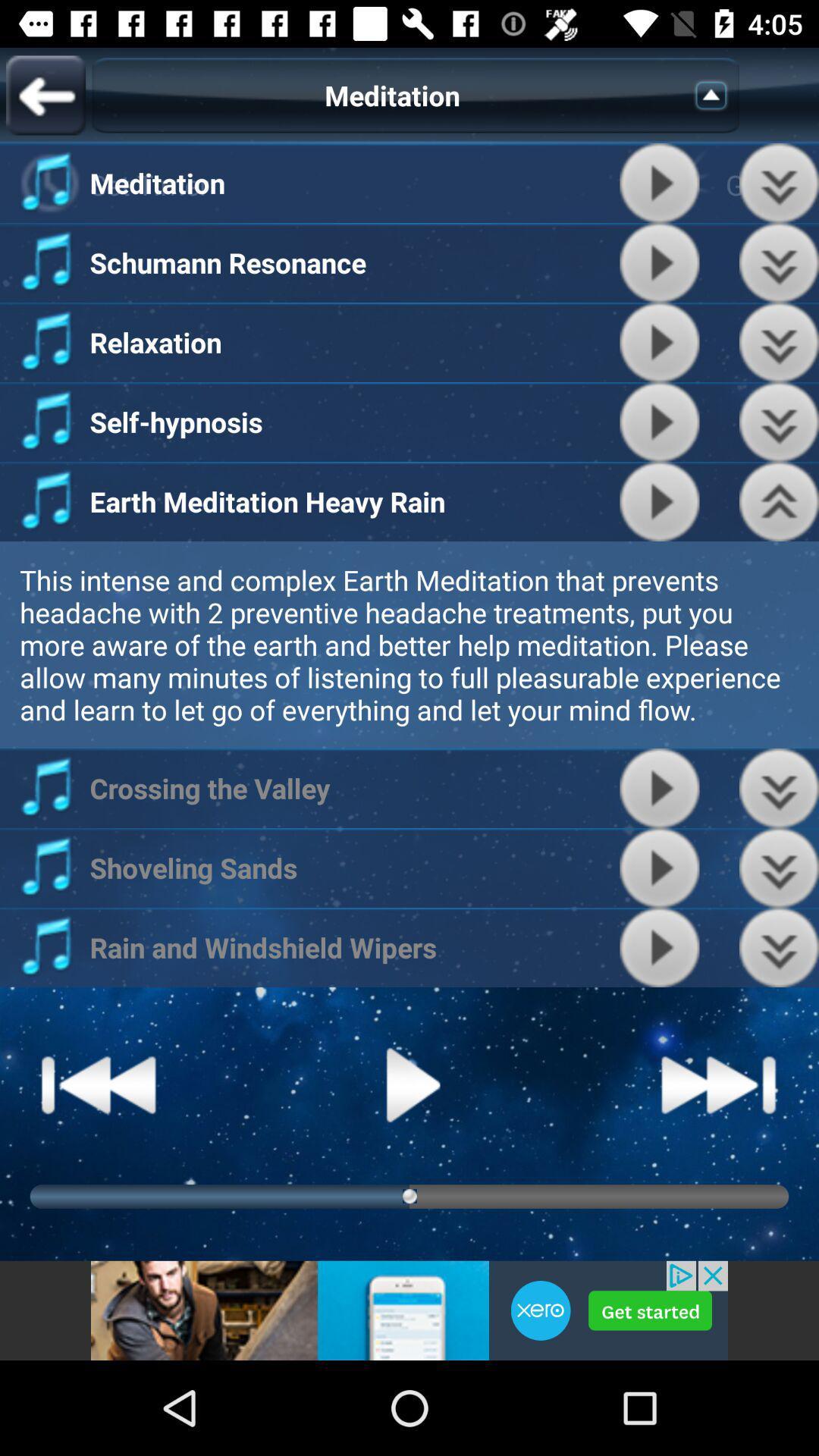 This screenshot has width=819, height=1456. What do you see at coordinates (659, 788) in the screenshot?
I see `song` at bounding box center [659, 788].